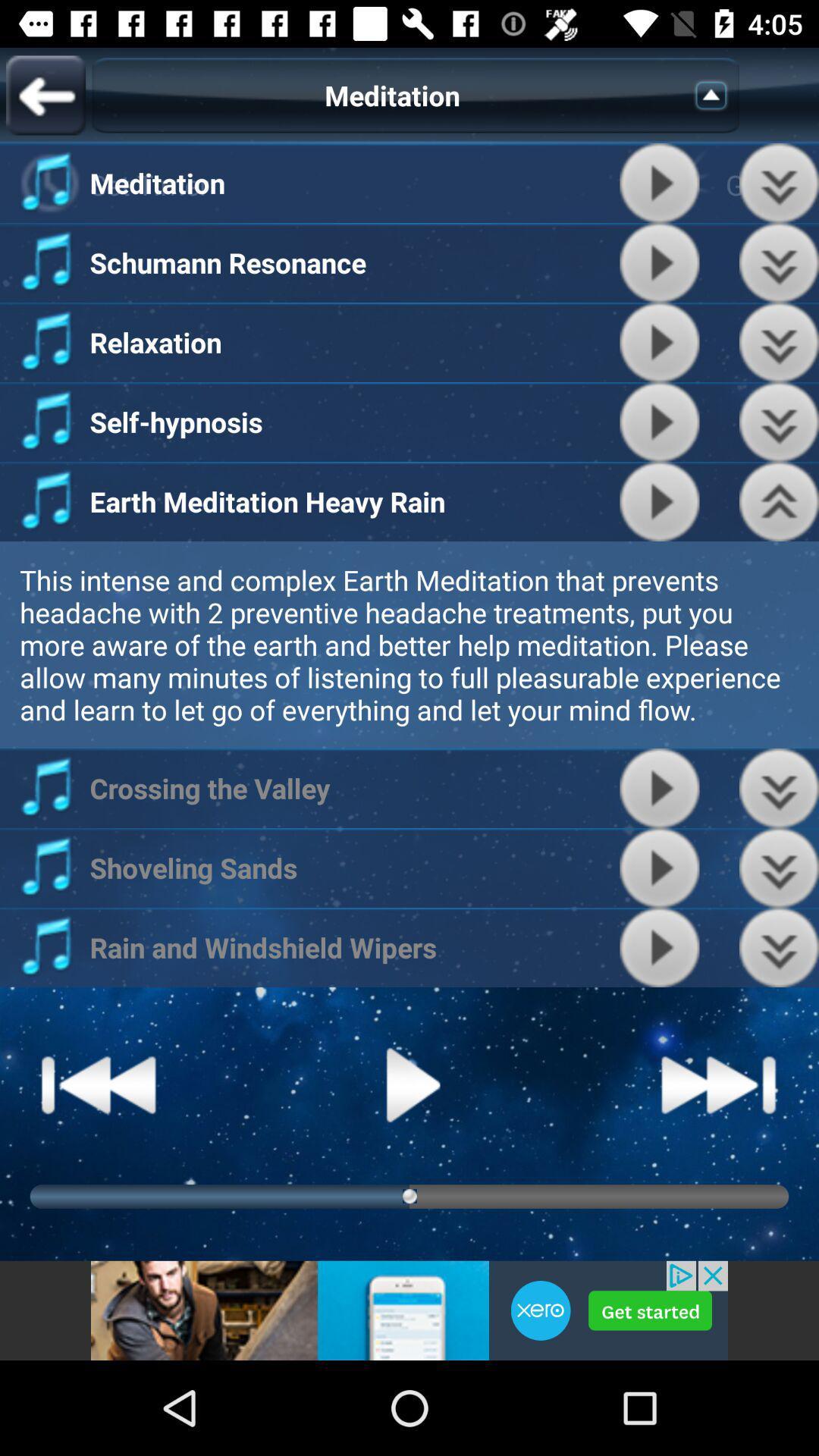 This screenshot has width=819, height=1456. What do you see at coordinates (659, 788) in the screenshot?
I see `song` at bounding box center [659, 788].